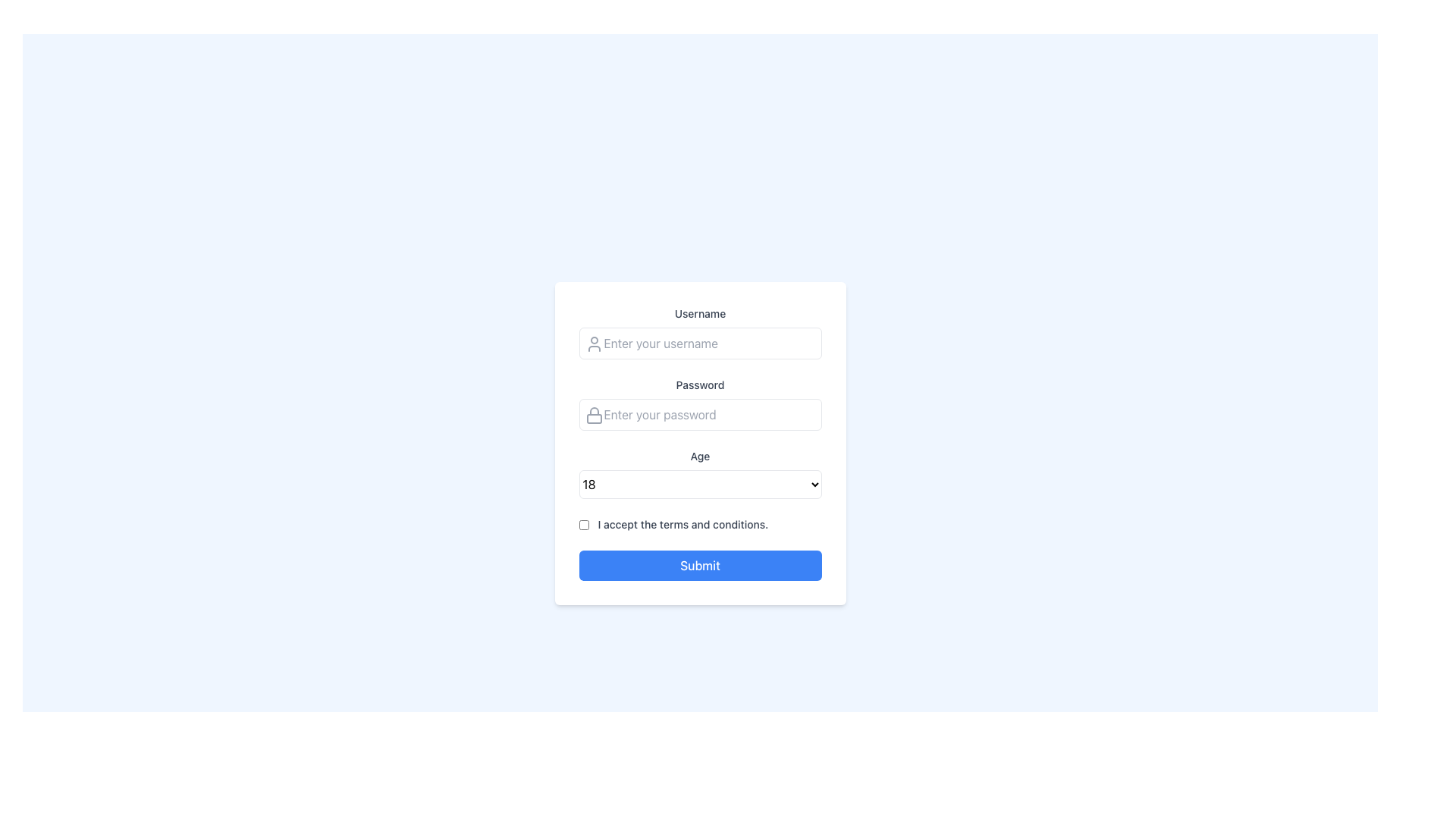 The image size is (1456, 819). I want to click on the 'Age' label which is styled with a gray color and medium-size font, positioned above the dropdown field in the form layout, so click(699, 455).